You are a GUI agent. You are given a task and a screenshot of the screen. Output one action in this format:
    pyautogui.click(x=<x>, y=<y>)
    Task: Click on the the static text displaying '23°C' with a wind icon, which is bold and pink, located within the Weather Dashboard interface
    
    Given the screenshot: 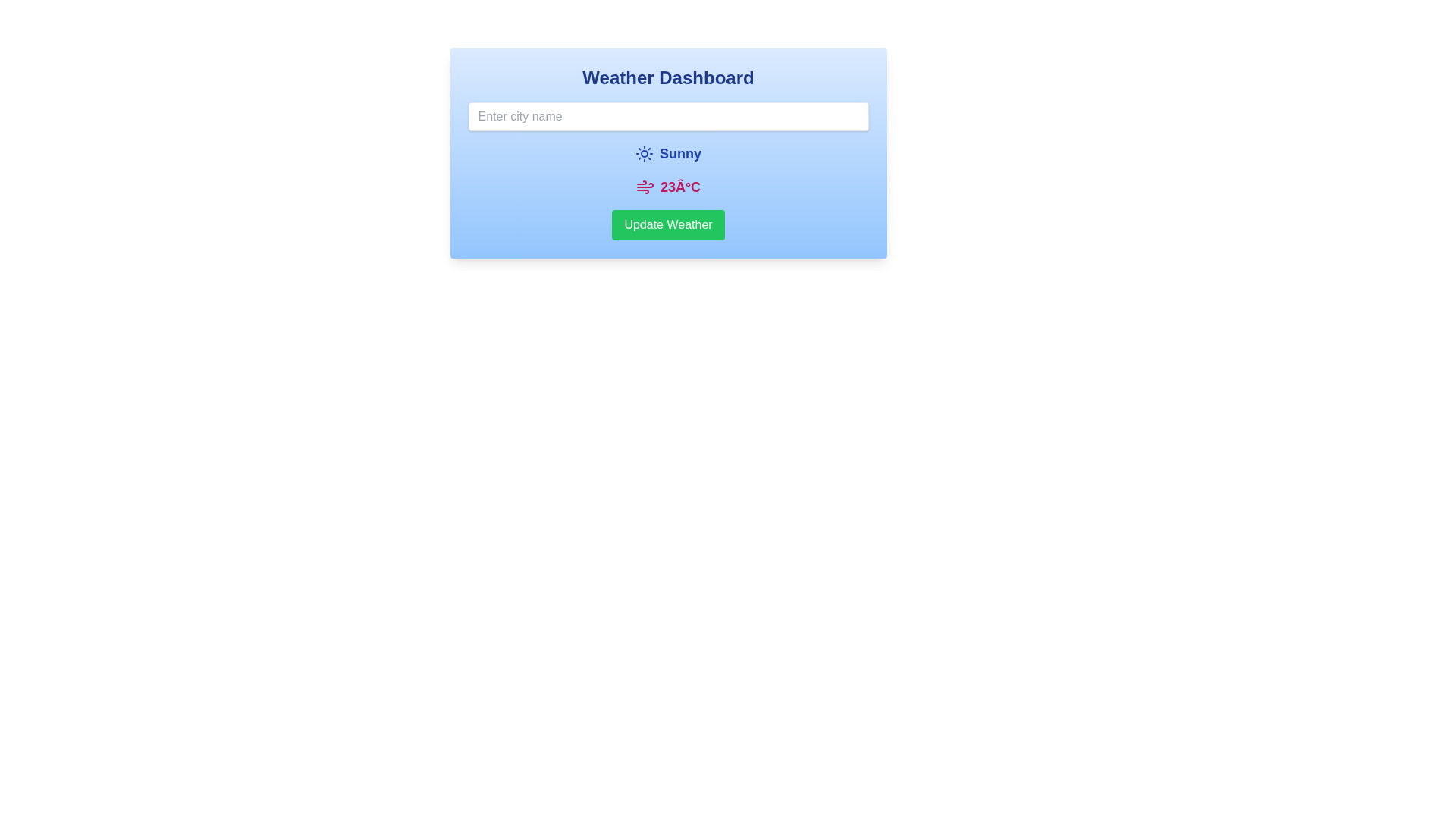 What is the action you would take?
    pyautogui.click(x=667, y=186)
    